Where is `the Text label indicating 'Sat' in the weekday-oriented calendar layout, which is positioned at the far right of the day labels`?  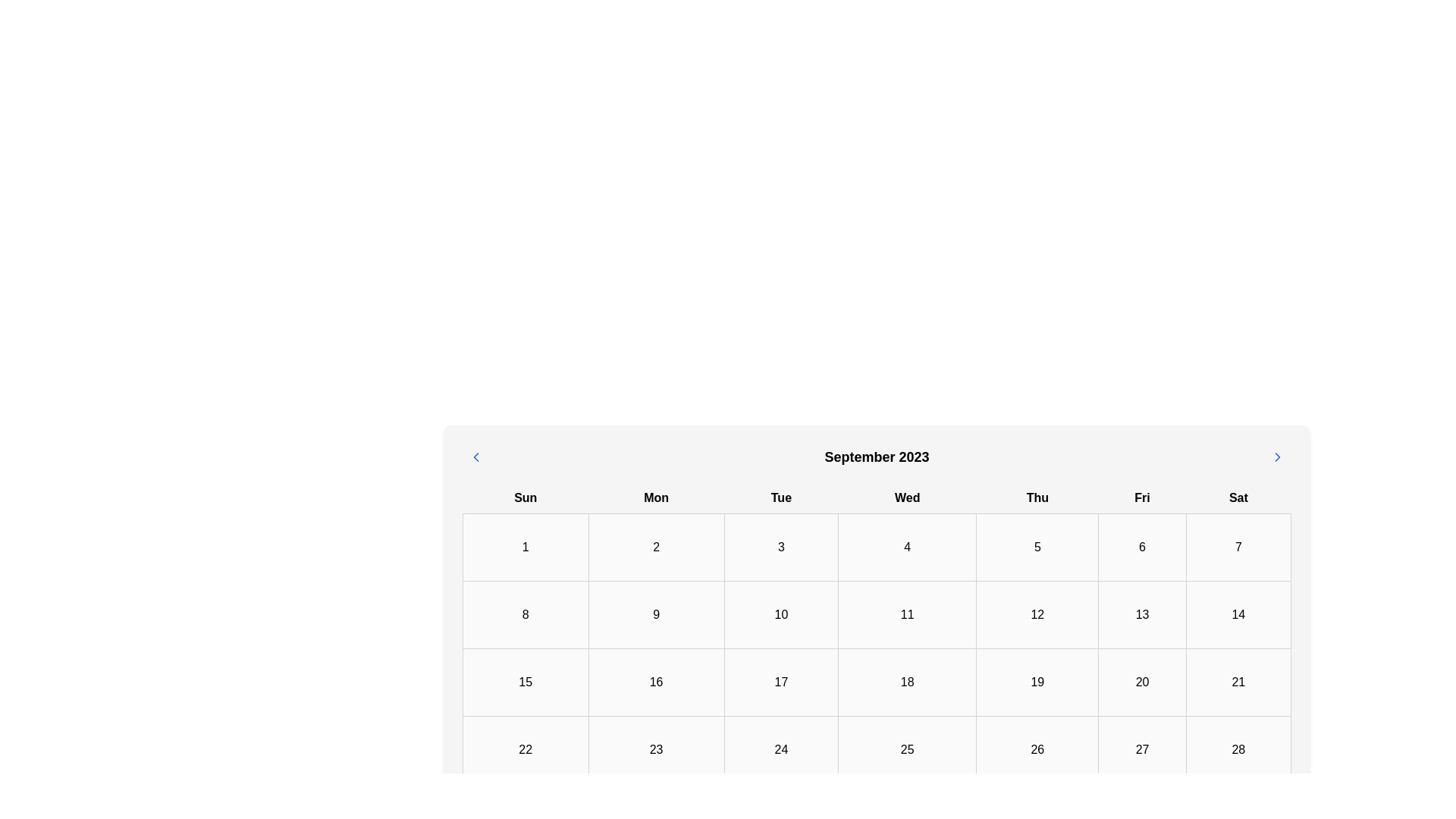
the Text label indicating 'Sat' in the weekday-oriented calendar layout, which is positioned at the far right of the day labels is located at coordinates (1238, 498).